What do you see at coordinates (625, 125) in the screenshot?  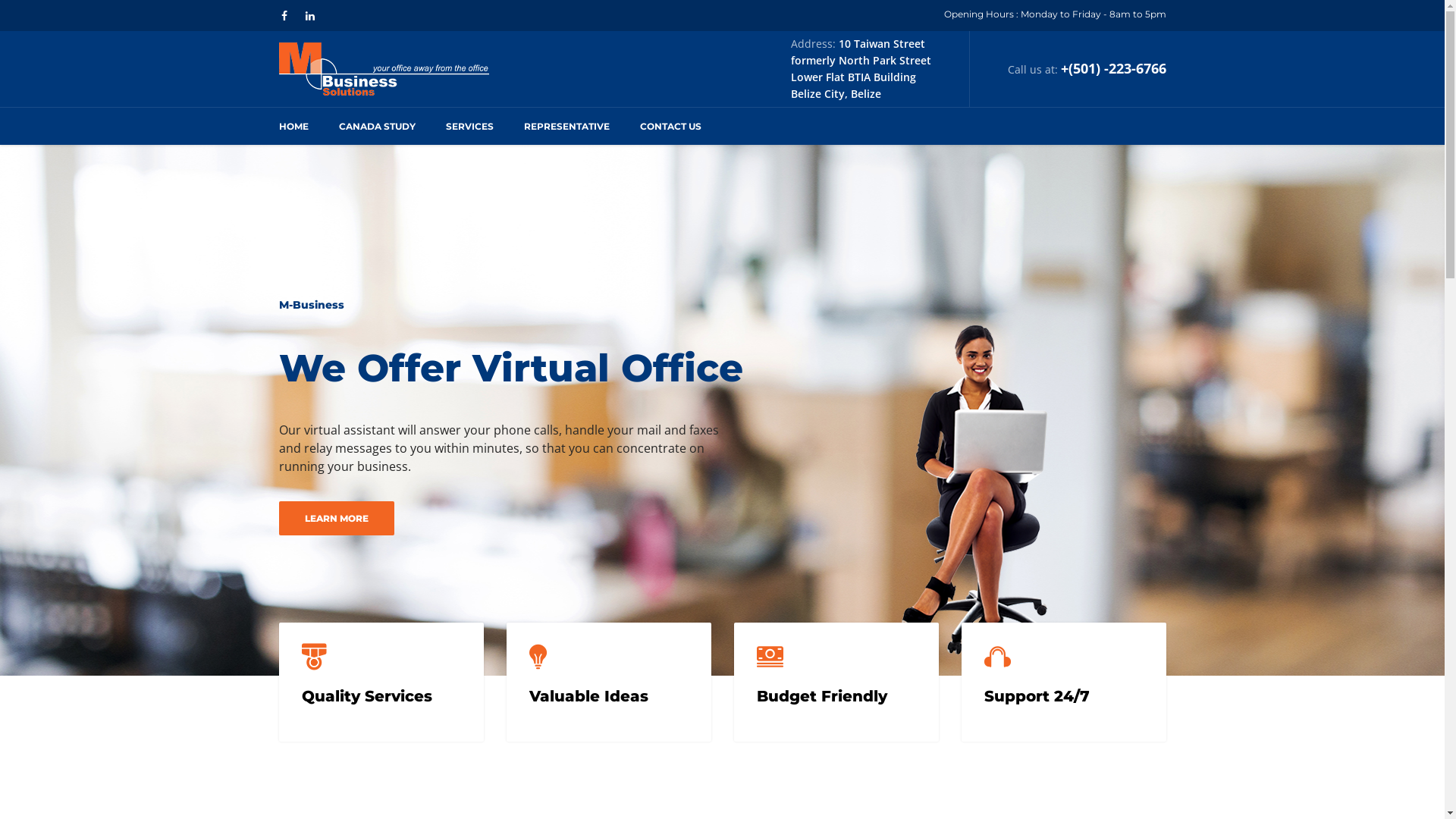 I see `'CONTACT US'` at bounding box center [625, 125].